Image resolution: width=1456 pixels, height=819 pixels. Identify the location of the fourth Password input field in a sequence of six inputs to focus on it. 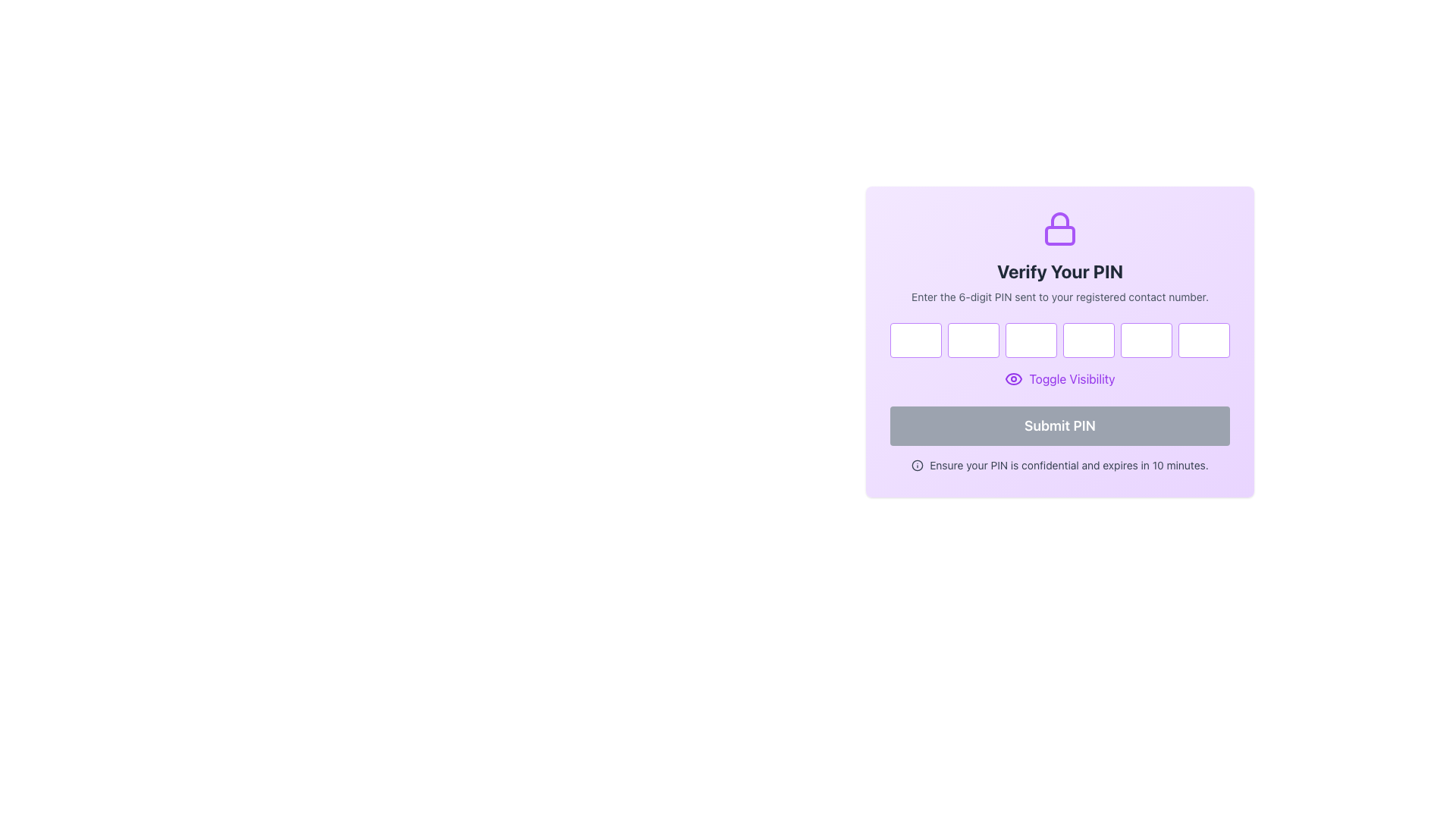
(1059, 342).